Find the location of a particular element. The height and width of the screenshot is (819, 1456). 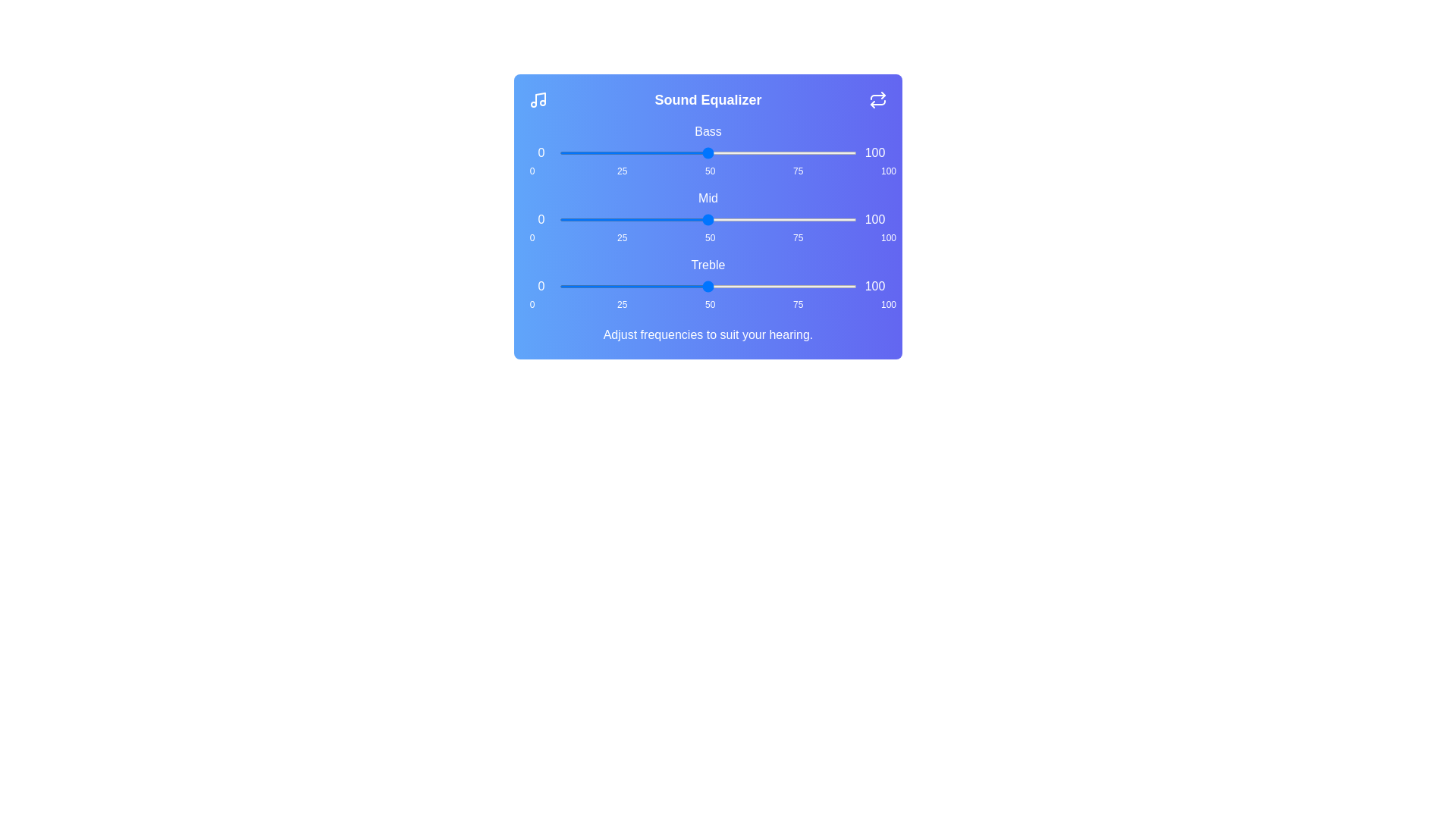

the 'mid' slider to 7 is located at coordinates (579, 219).